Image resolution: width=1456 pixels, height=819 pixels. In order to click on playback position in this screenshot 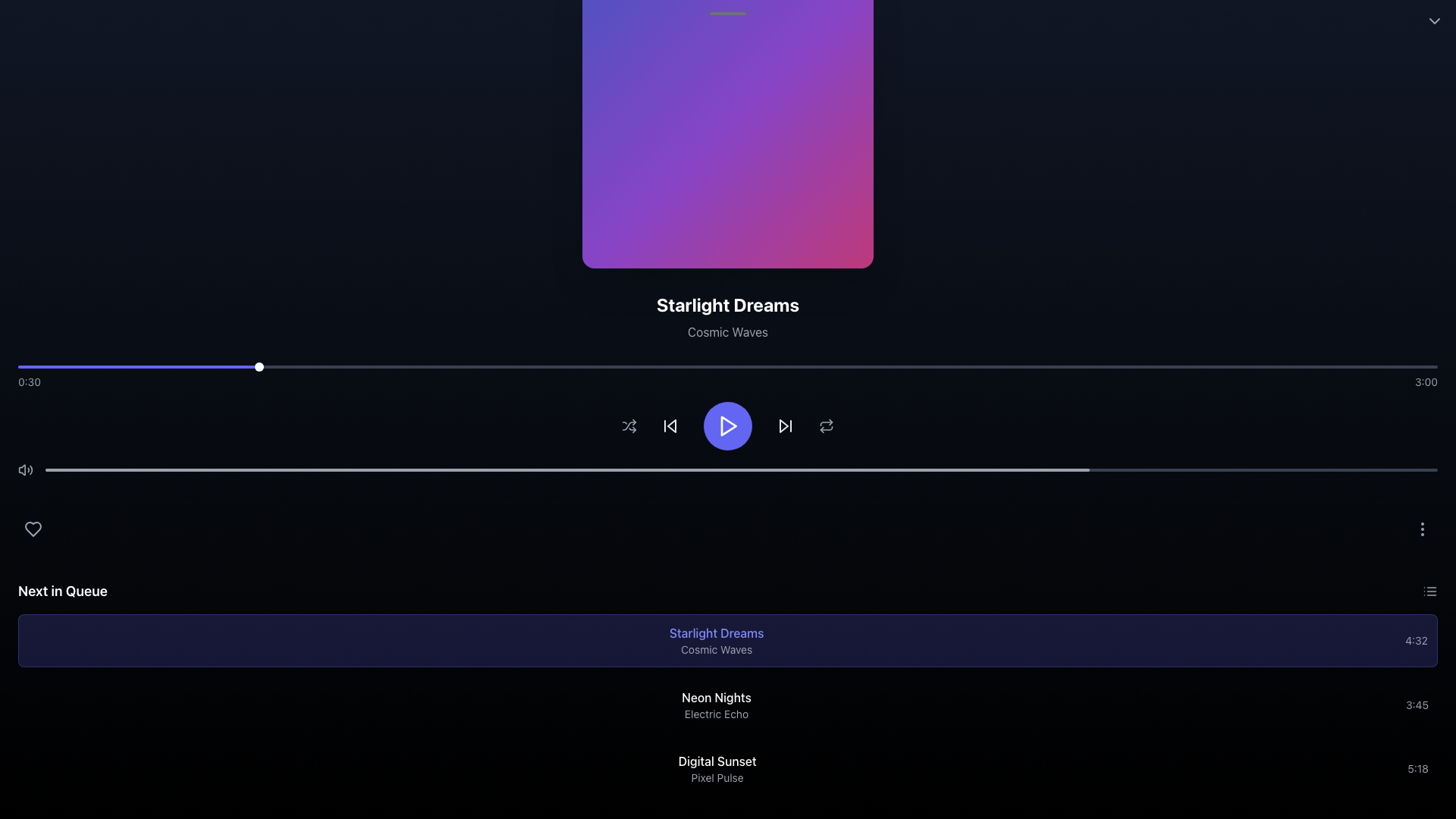, I will do `click(499, 366)`.